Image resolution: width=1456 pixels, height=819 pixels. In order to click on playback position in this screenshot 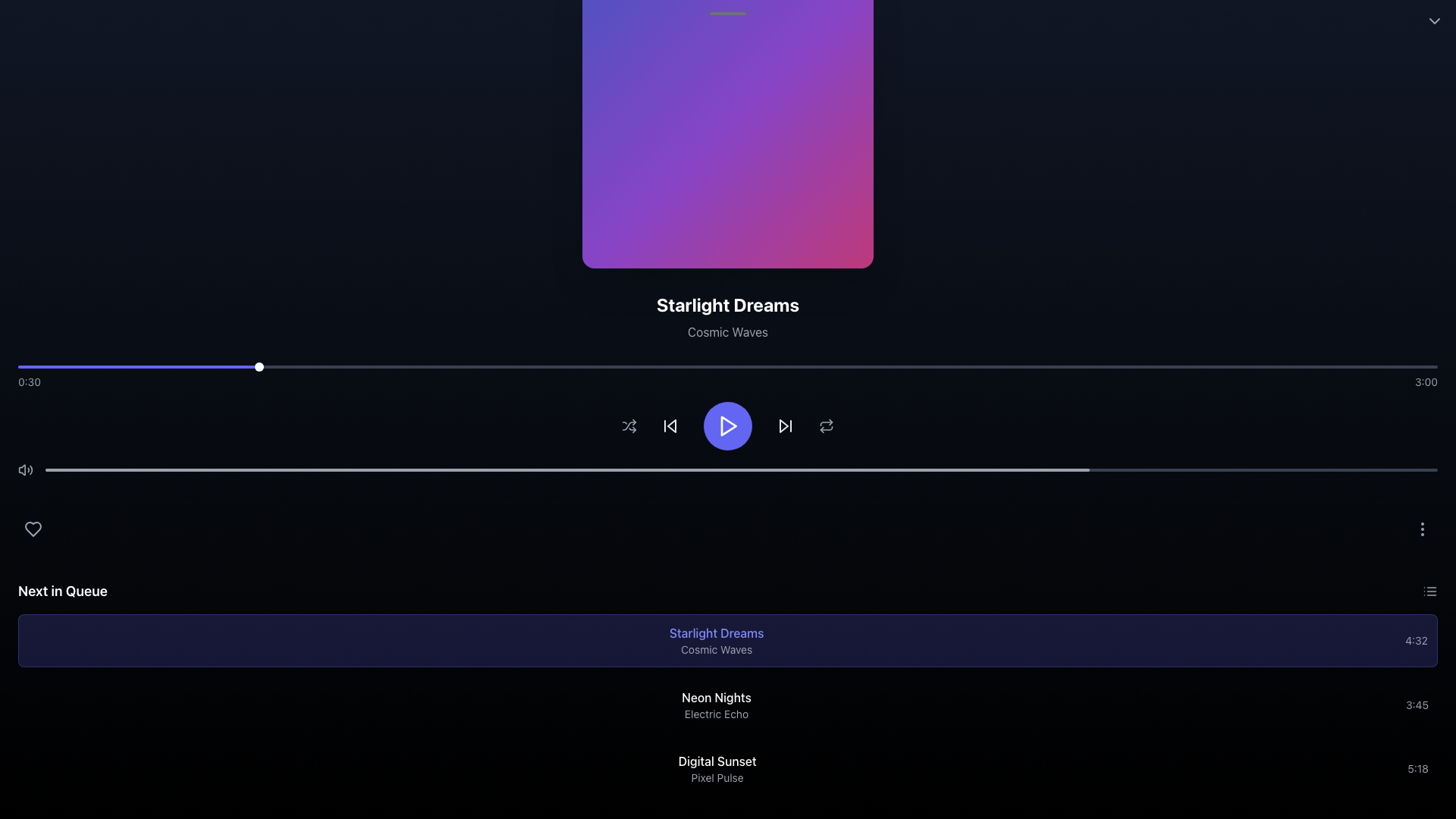, I will do `click(499, 366)`.